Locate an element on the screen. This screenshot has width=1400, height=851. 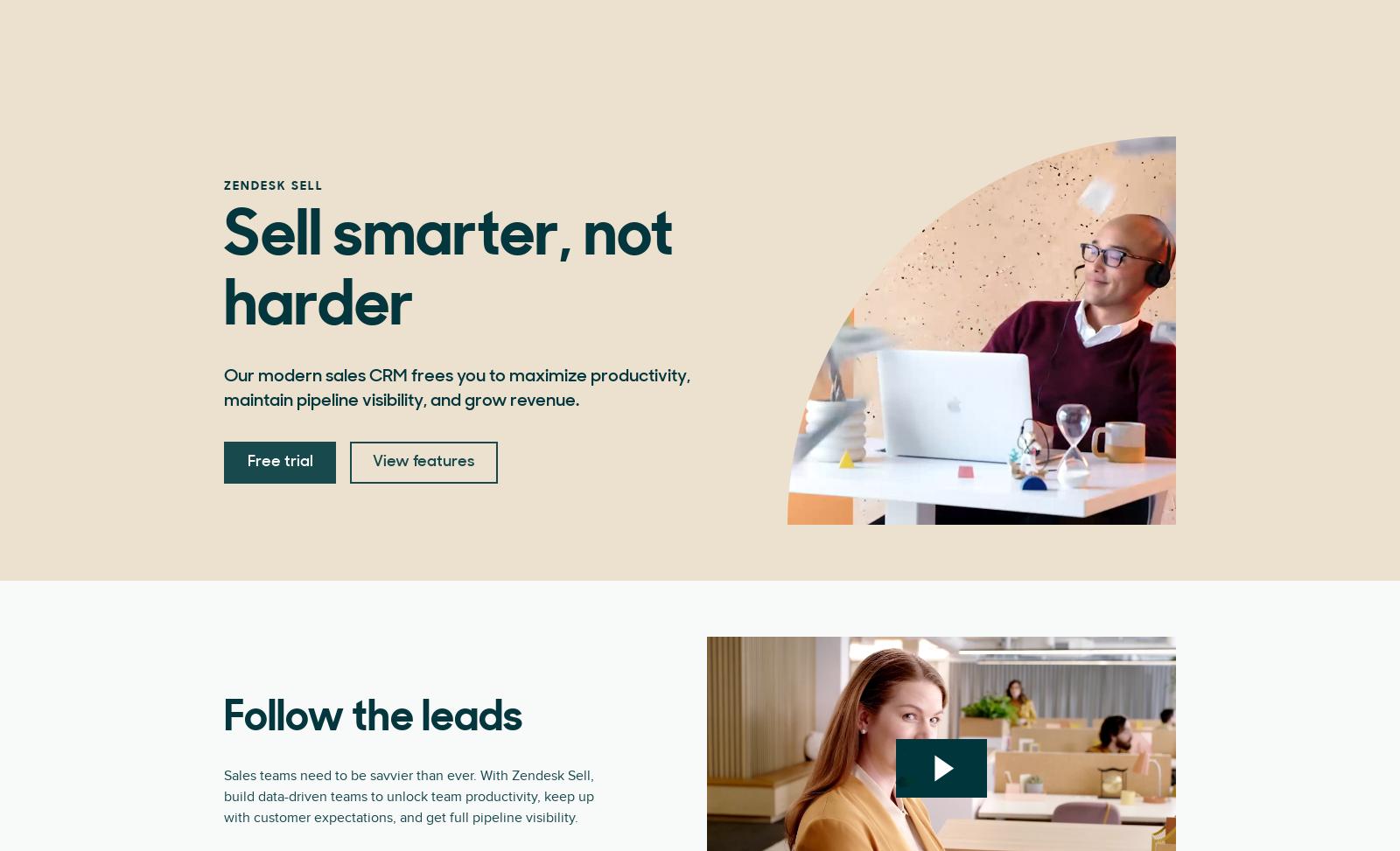
'Resources' is located at coordinates (1001, 34).